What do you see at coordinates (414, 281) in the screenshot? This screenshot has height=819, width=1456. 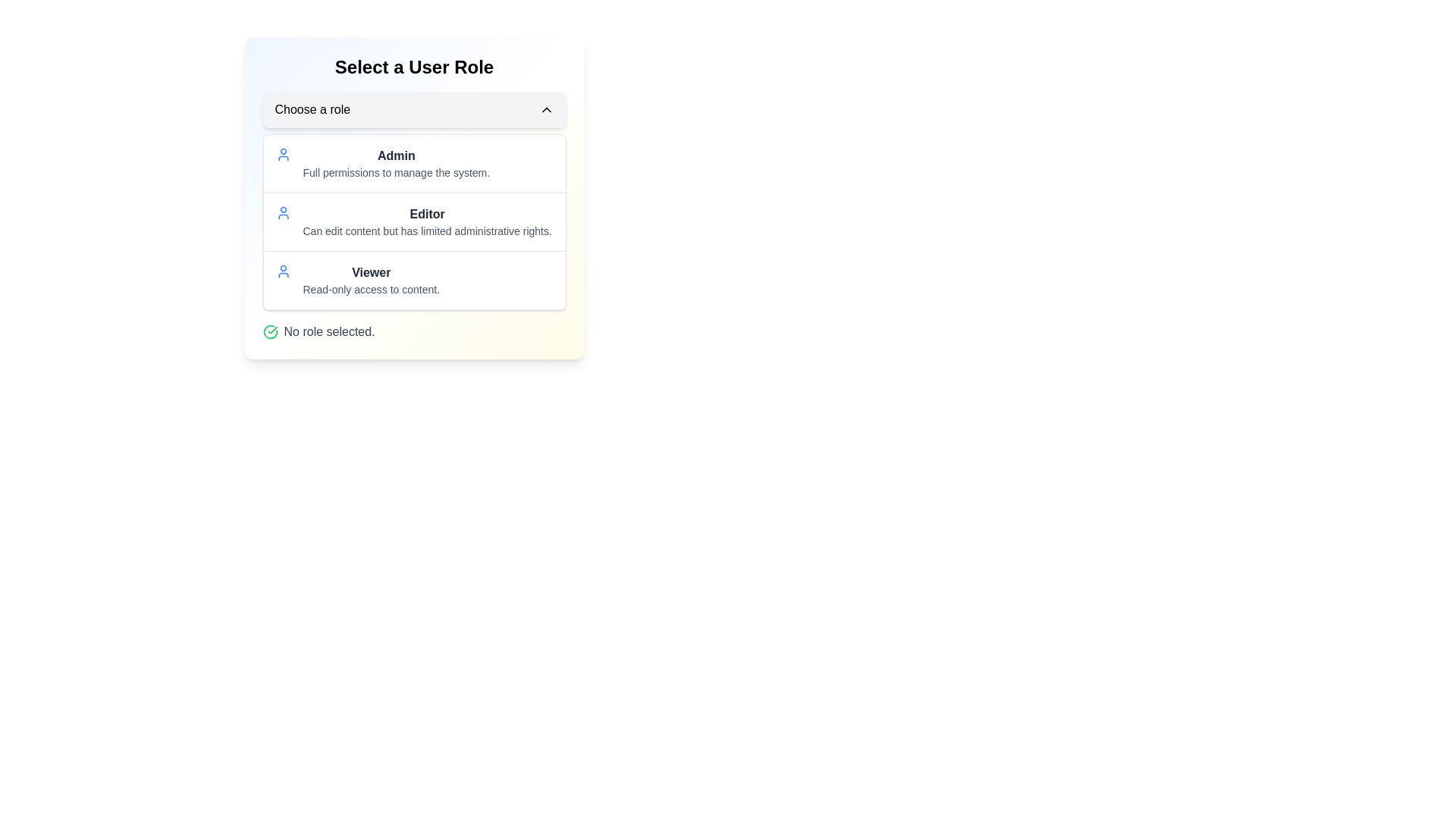 I see `the third list item labeled 'Viewer' in the 'Select a User Role' section, which contains a blue user icon and description 'Read-only access to content.'` at bounding box center [414, 281].